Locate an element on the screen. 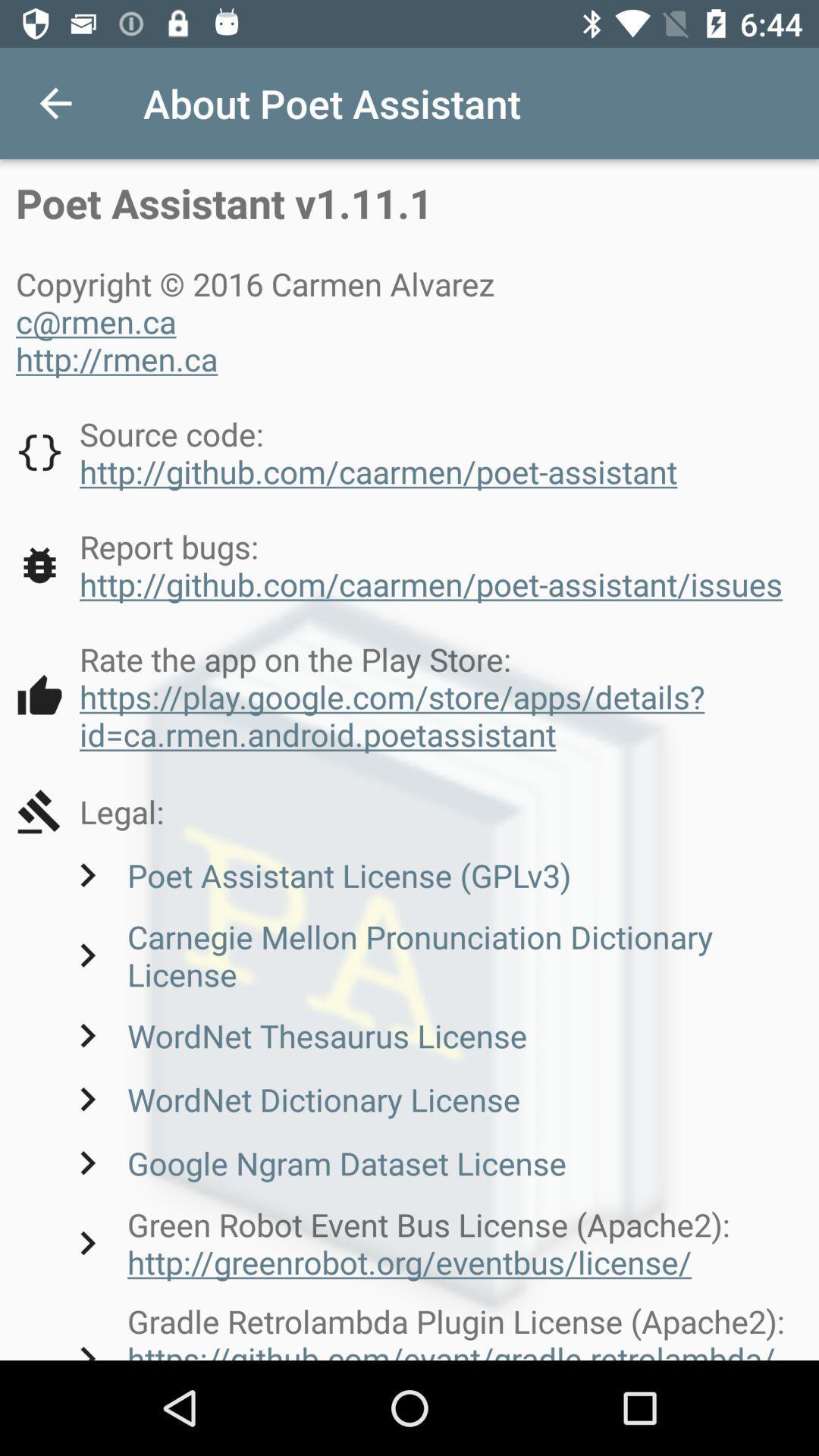 This screenshot has height=1456, width=819. the gradle retrolambda plugin is located at coordinates (433, 1329).